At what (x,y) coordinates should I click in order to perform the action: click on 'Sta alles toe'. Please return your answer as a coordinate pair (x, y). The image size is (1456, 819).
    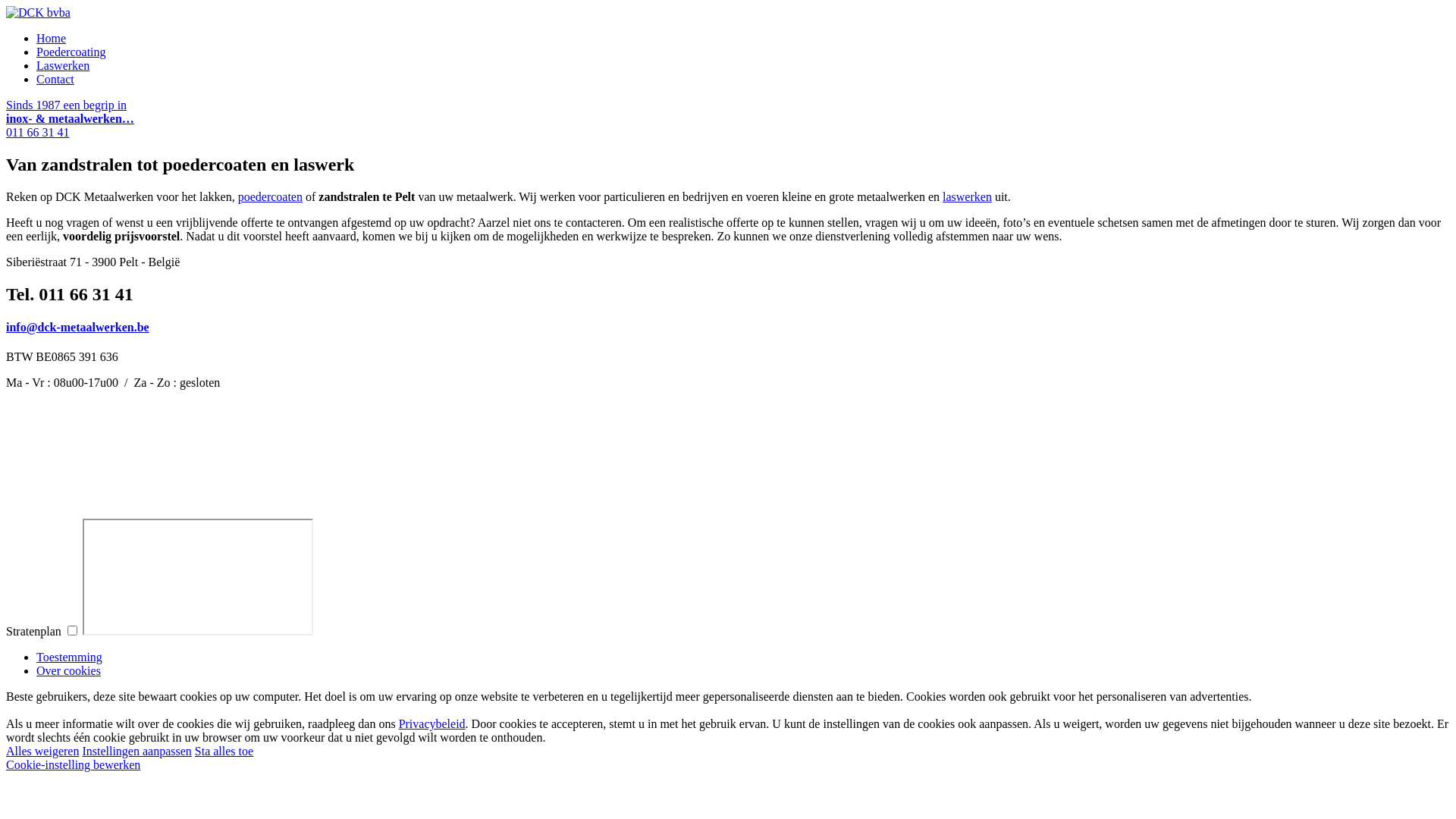
    Looking at the image, I should click on (223, 751).